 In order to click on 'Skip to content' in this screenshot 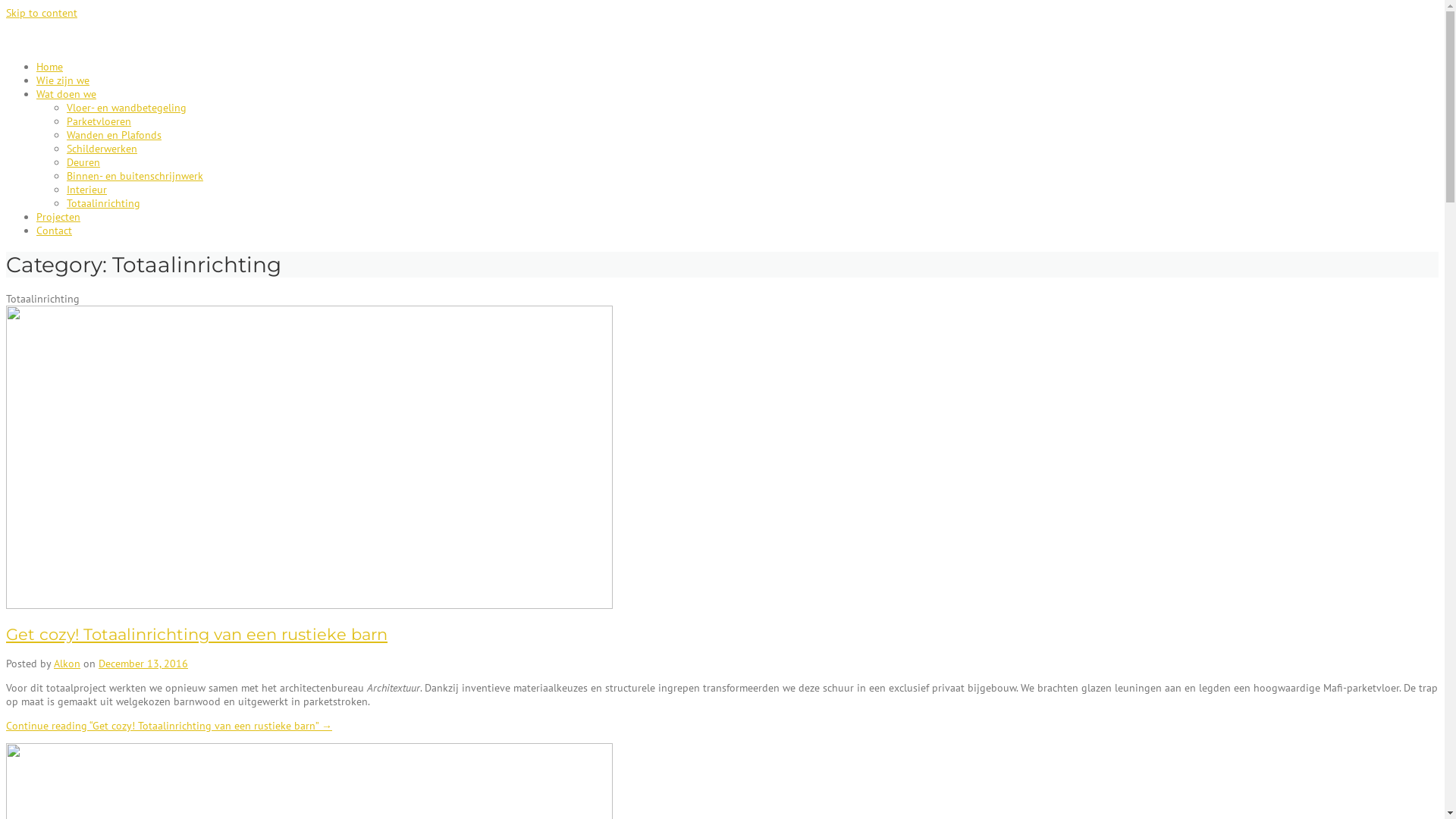, I will do `click(6, 12)`.